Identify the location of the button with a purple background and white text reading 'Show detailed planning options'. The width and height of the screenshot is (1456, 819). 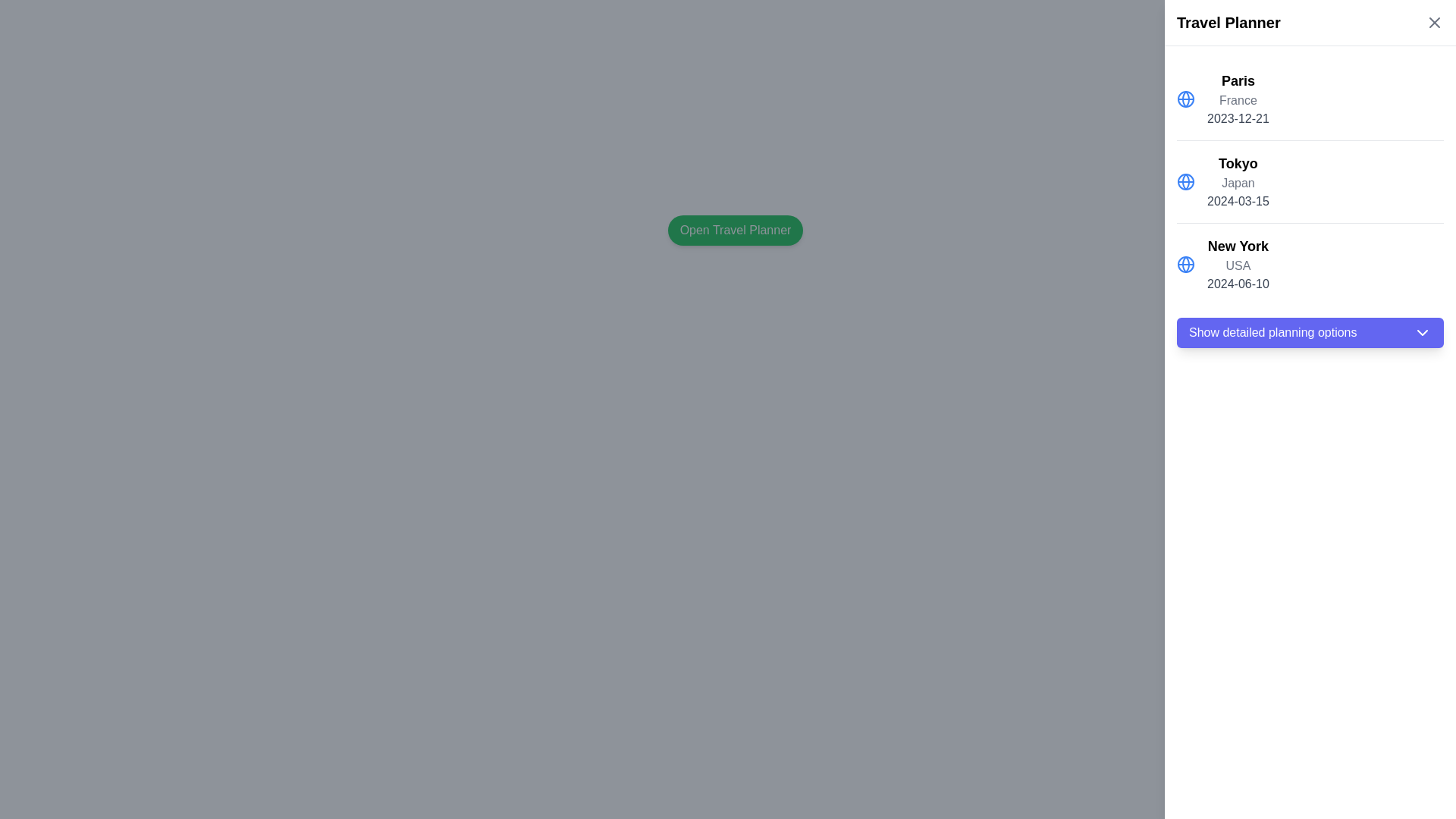
(1310, 332).